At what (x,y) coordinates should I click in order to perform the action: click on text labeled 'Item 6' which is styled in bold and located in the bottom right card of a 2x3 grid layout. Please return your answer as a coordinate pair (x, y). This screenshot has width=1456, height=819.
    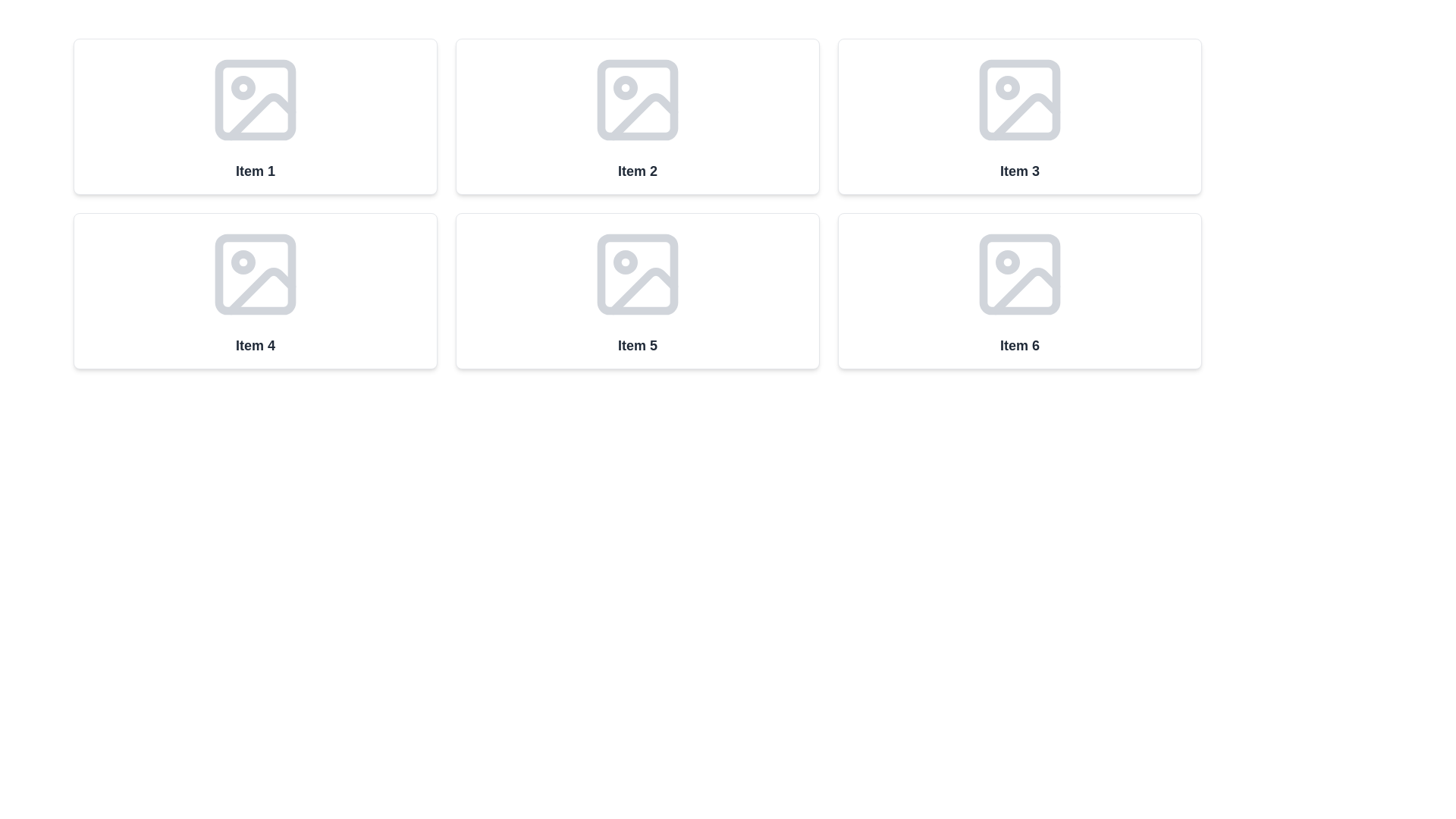
    Looking at the image, I should click on (1019, 345).